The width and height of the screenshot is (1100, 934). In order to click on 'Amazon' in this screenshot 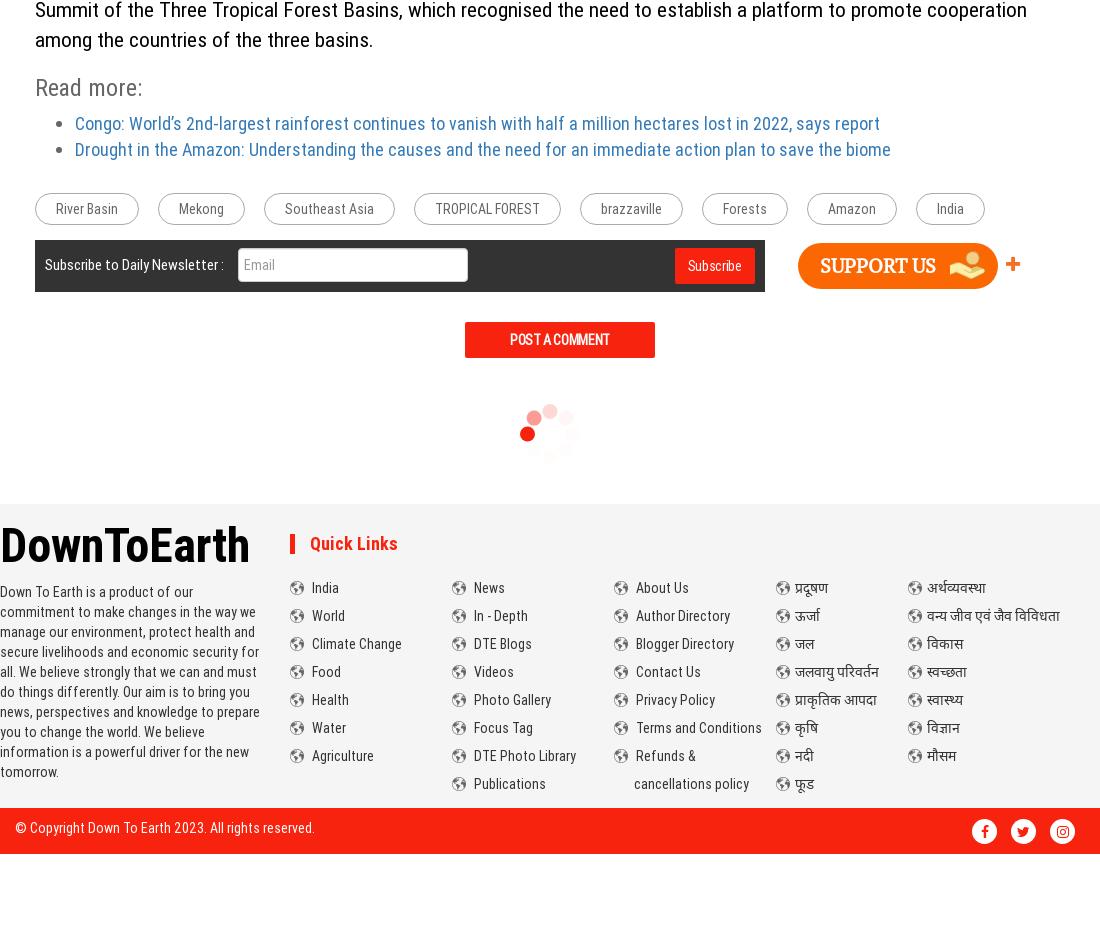, I will do `click(850, 207)`.